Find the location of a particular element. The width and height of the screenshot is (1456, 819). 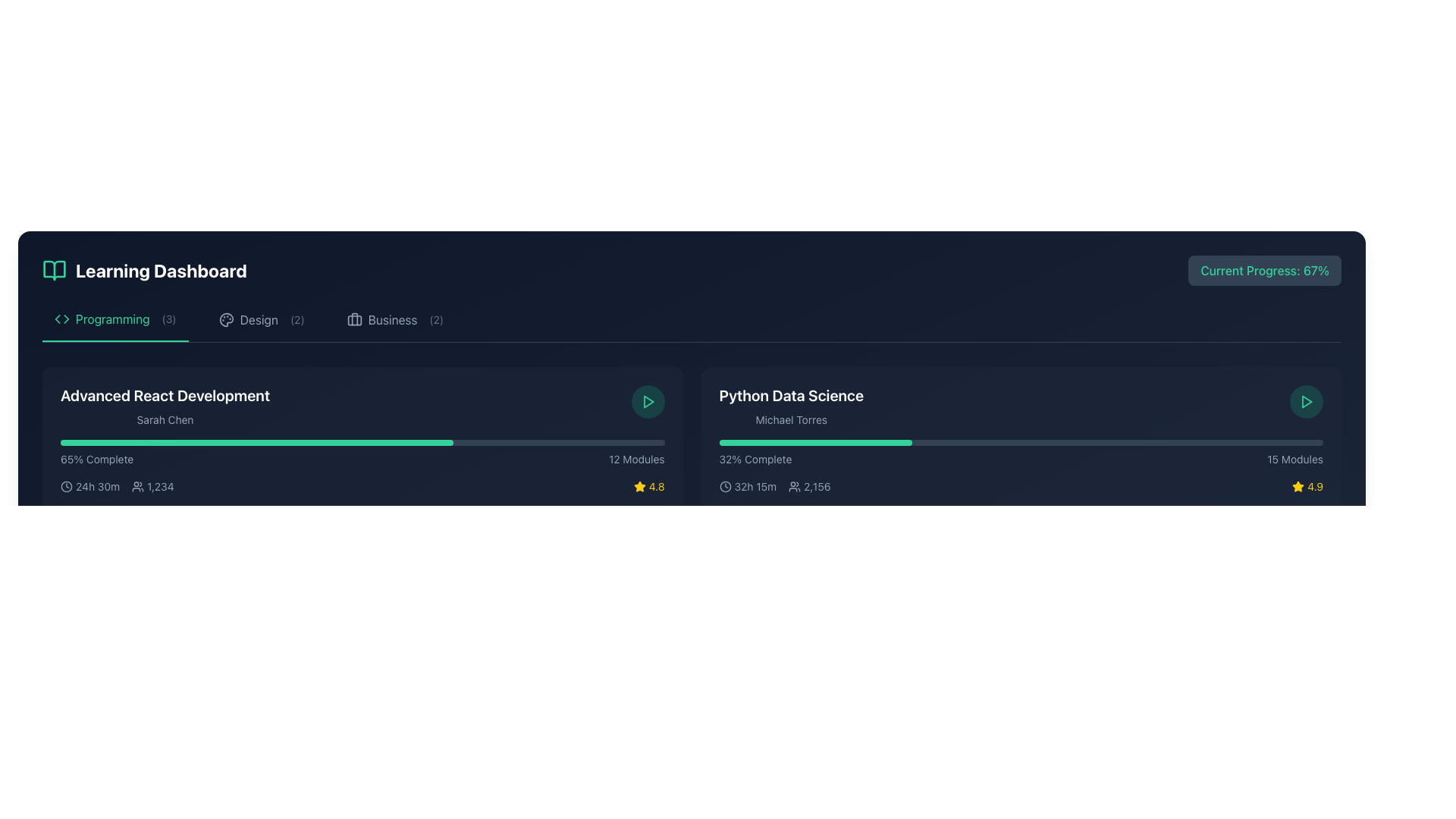

the progress bar indicating the completion level of the 'Python Data Science' module, which is located above the text '65% Complete' and '12 Modules' is located at coordinates (362, 442).